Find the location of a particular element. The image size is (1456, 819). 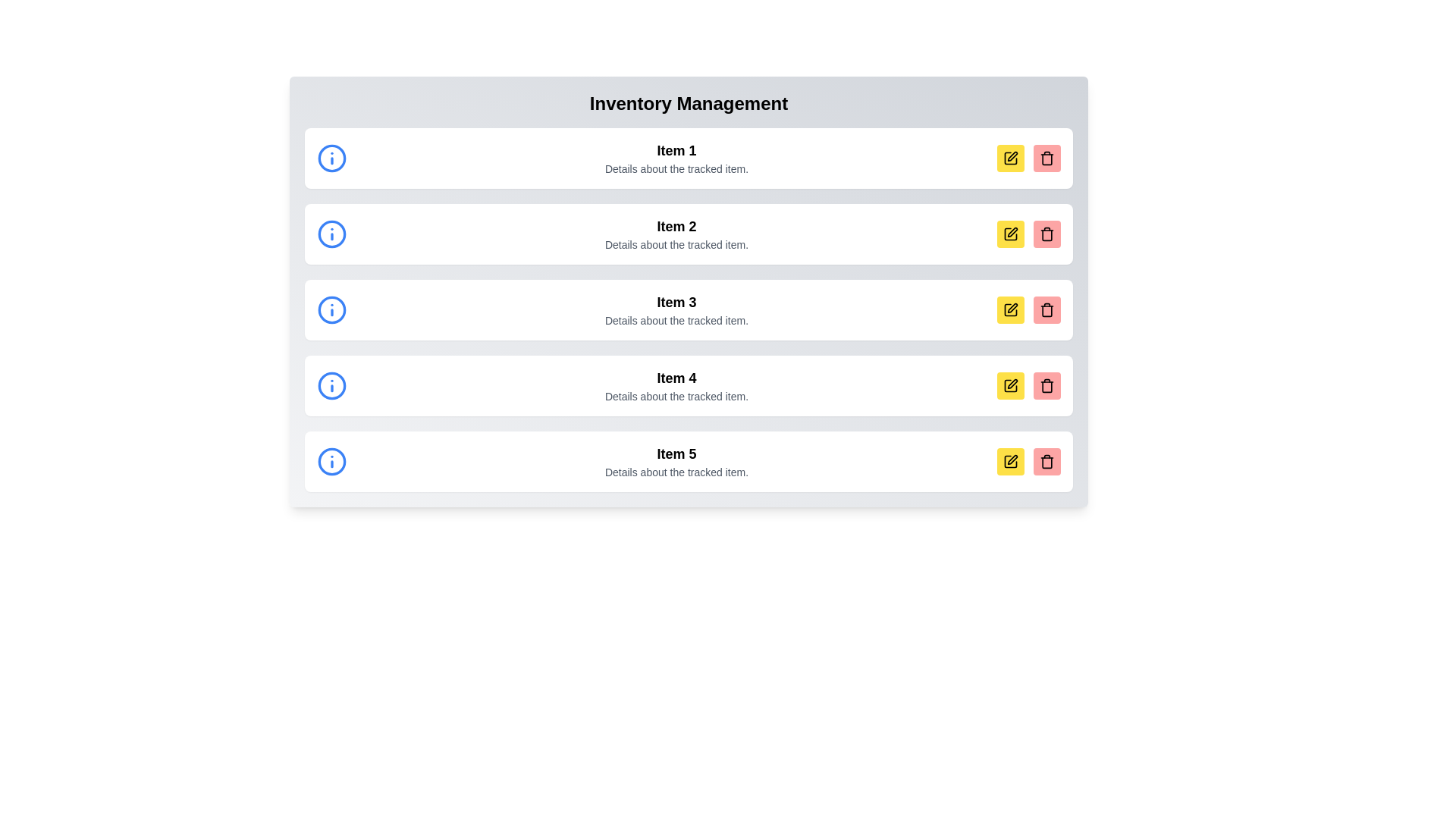

the information indicator icon positioned to the left of the 'Item 5' entry, which provides additional context related to that item is located at coordinates (331, 461).